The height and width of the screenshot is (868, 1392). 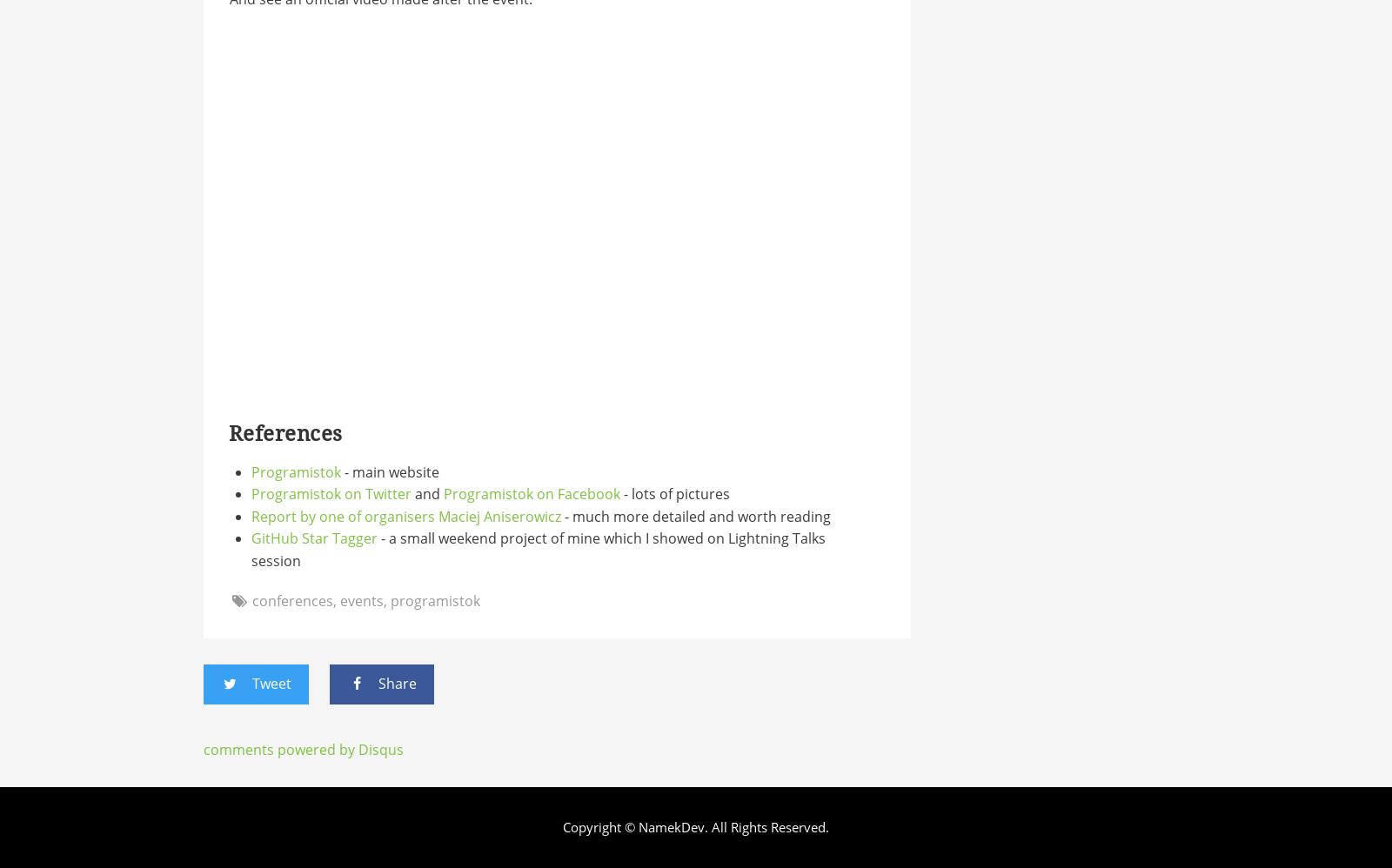 What do you see at coordinates (537, 549) in the screenshot?
I see `'- a small weekend project of mine which I showed on Lightning Talks session'` at bounding box center [537, 549].